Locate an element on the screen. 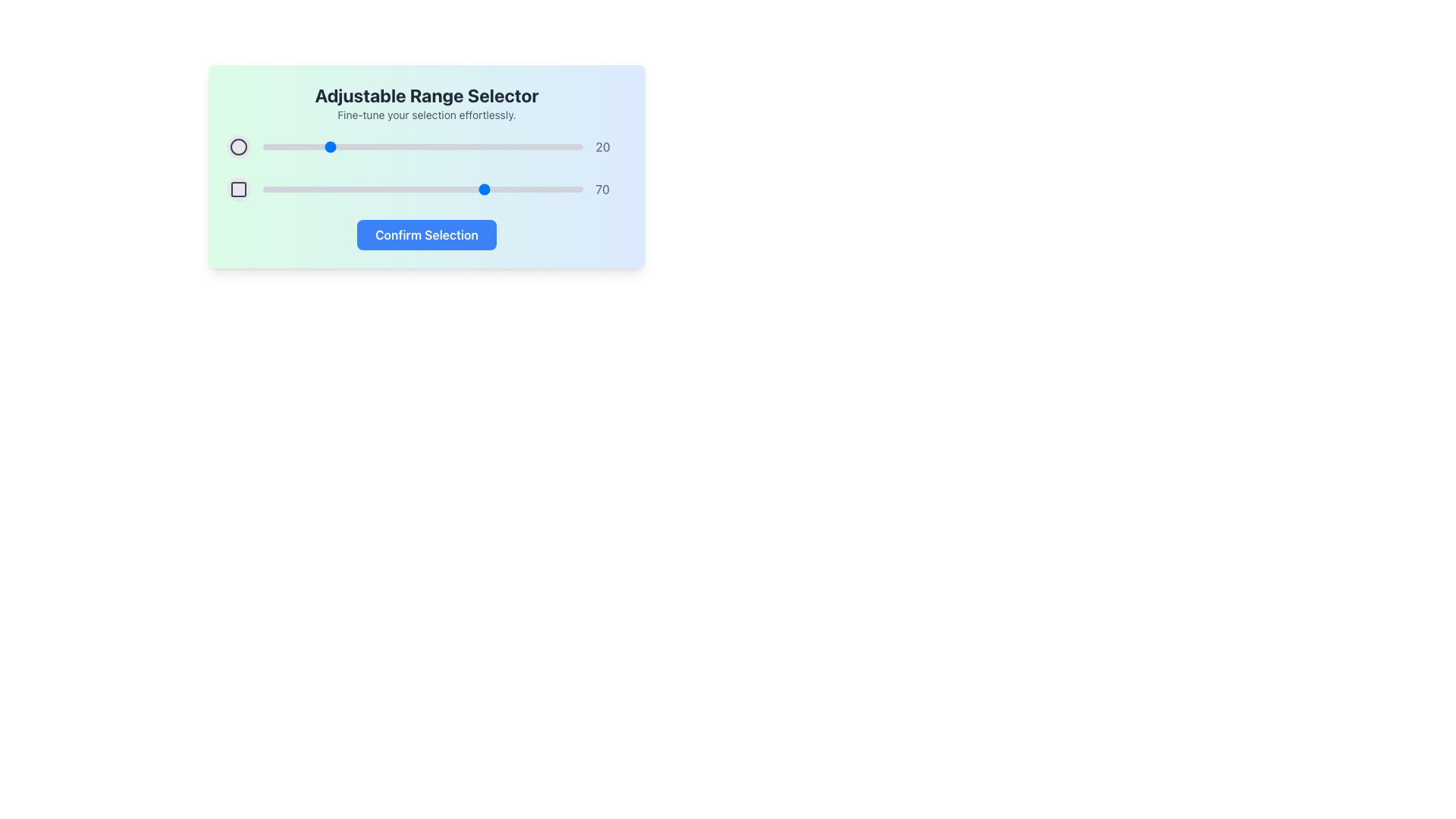 The image size is (1456, 819). the text label displaying the number '20', which is styled with gray color and medium font weight, located near the right edge of the slider component is located at coordinates (602, 146).